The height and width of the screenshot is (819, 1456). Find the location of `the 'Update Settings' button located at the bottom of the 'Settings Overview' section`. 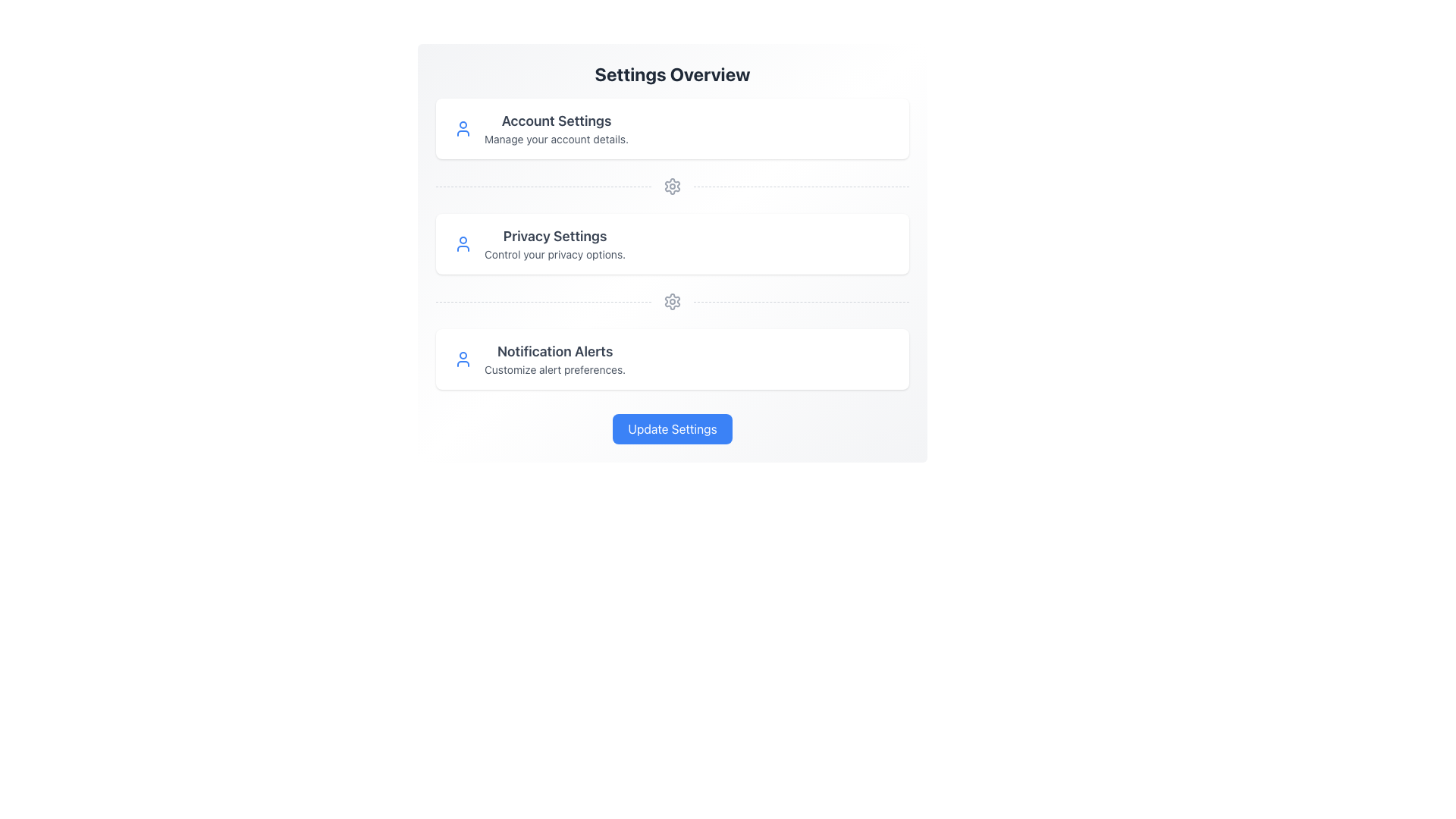

the 'Update Settings' button located at the bottom of the 'Settings Overview' section is located at coordinates (672, 429).